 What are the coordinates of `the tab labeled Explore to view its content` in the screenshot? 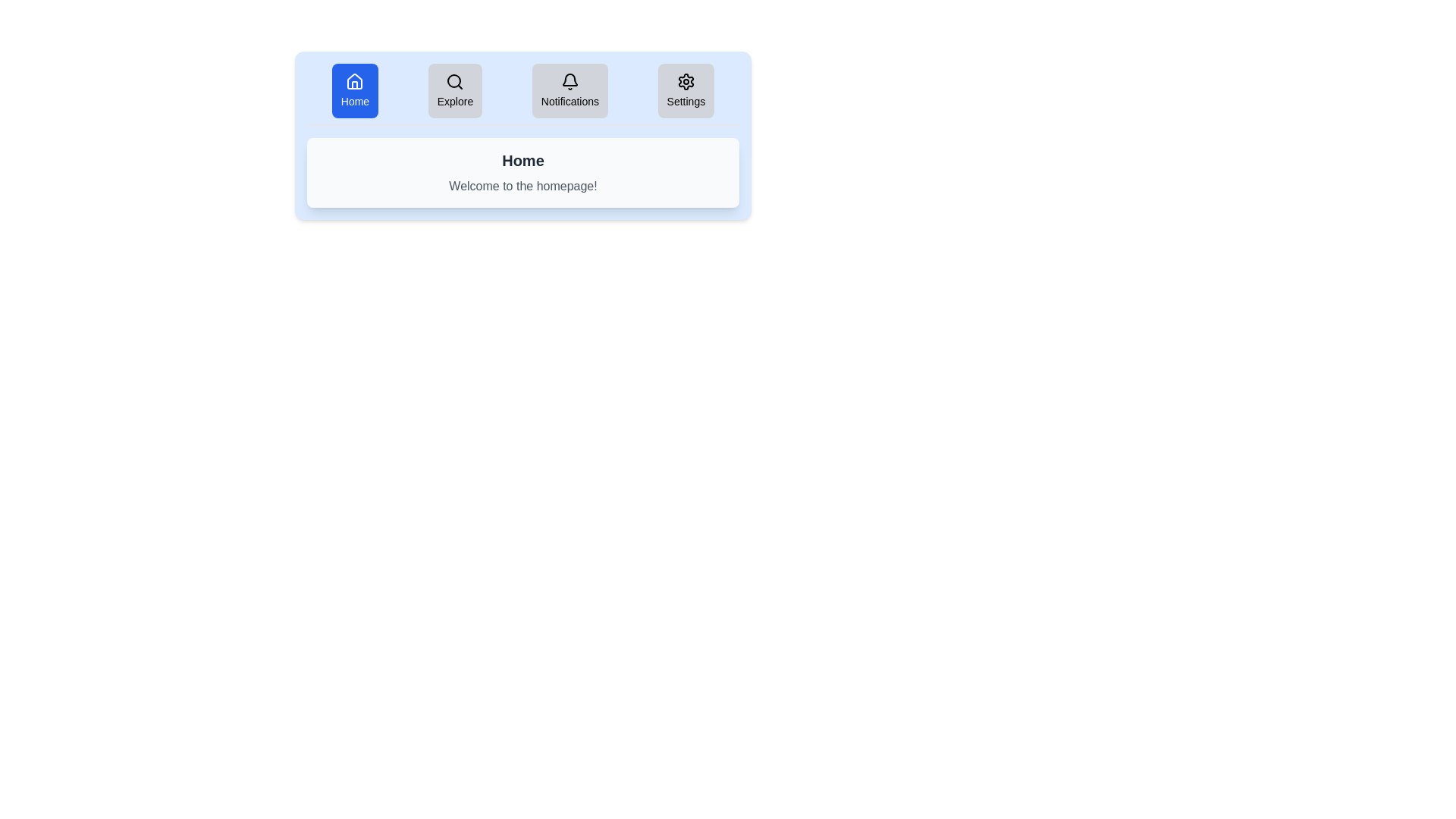 It's located at (454, 90).